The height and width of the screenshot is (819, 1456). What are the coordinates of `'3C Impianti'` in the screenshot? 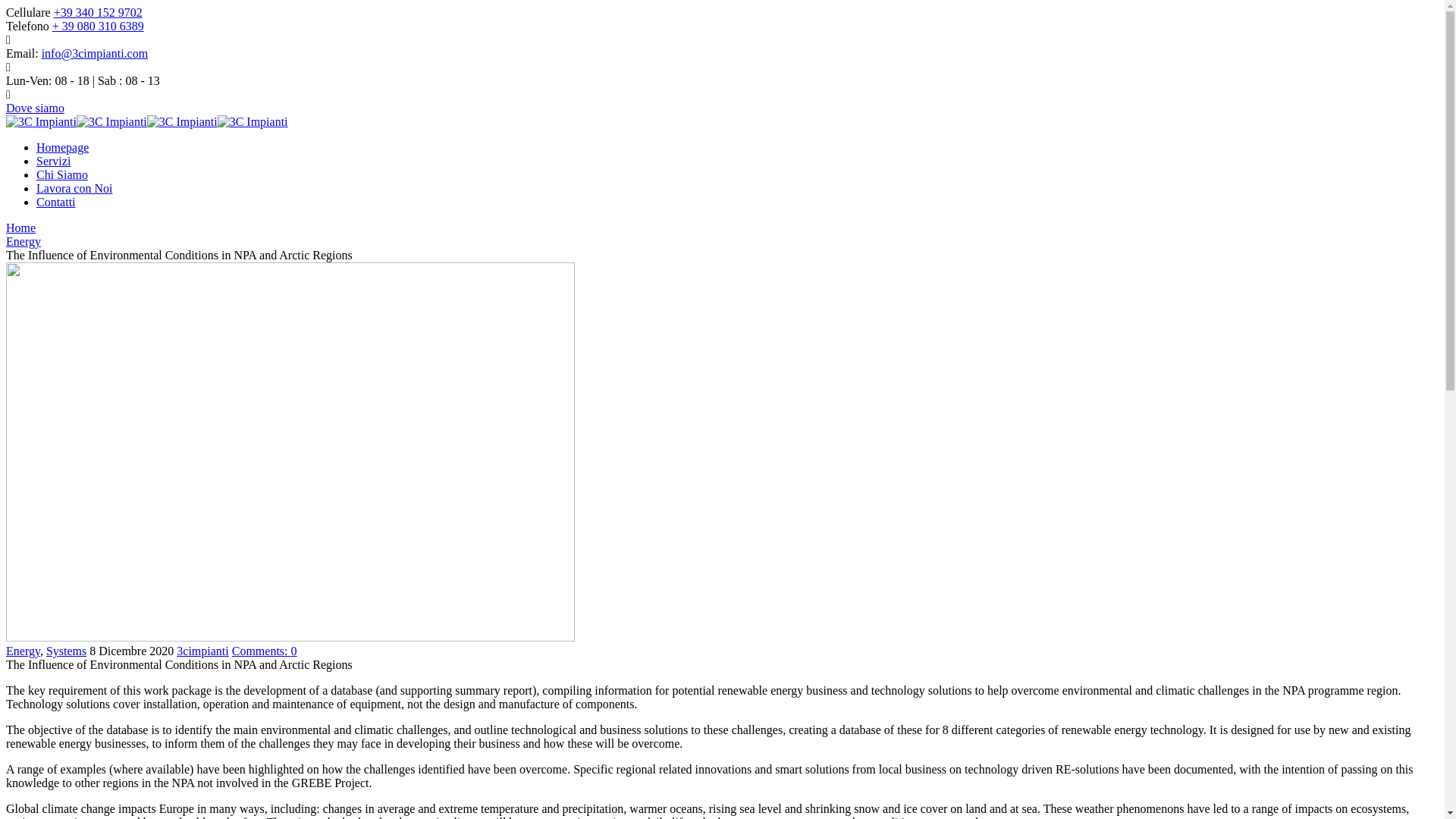 It's located at (217, 121).